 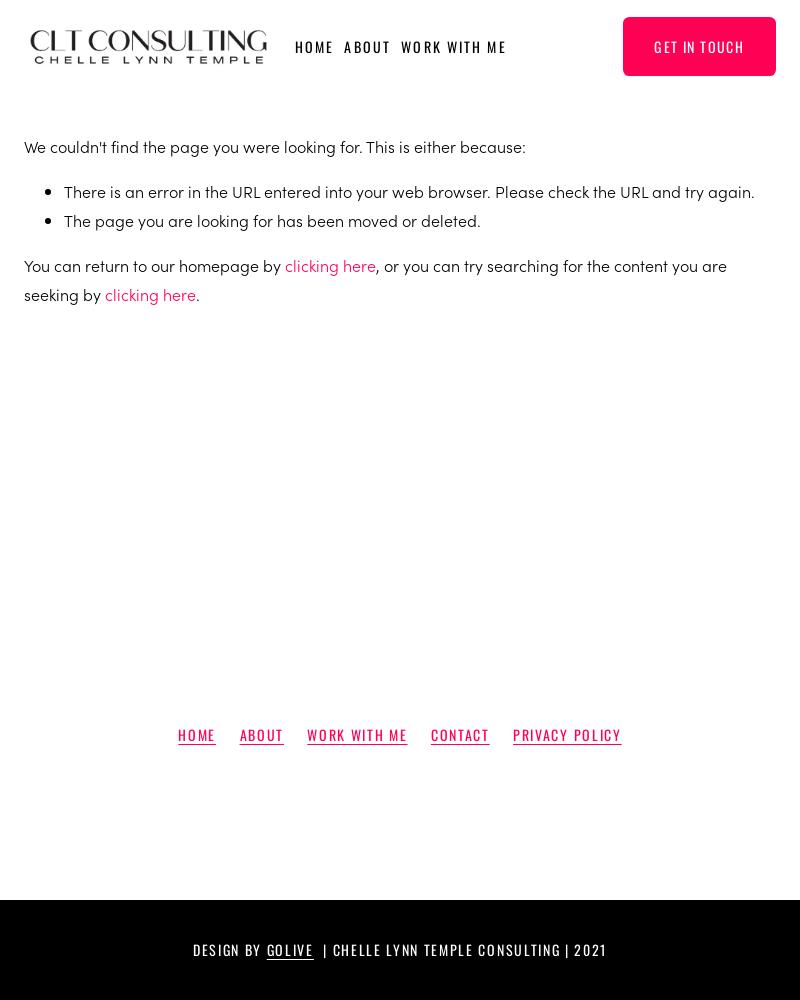 I want to click on 'We couldn't find the page you were looking for. This is either because:', so click(x=24, y=146).